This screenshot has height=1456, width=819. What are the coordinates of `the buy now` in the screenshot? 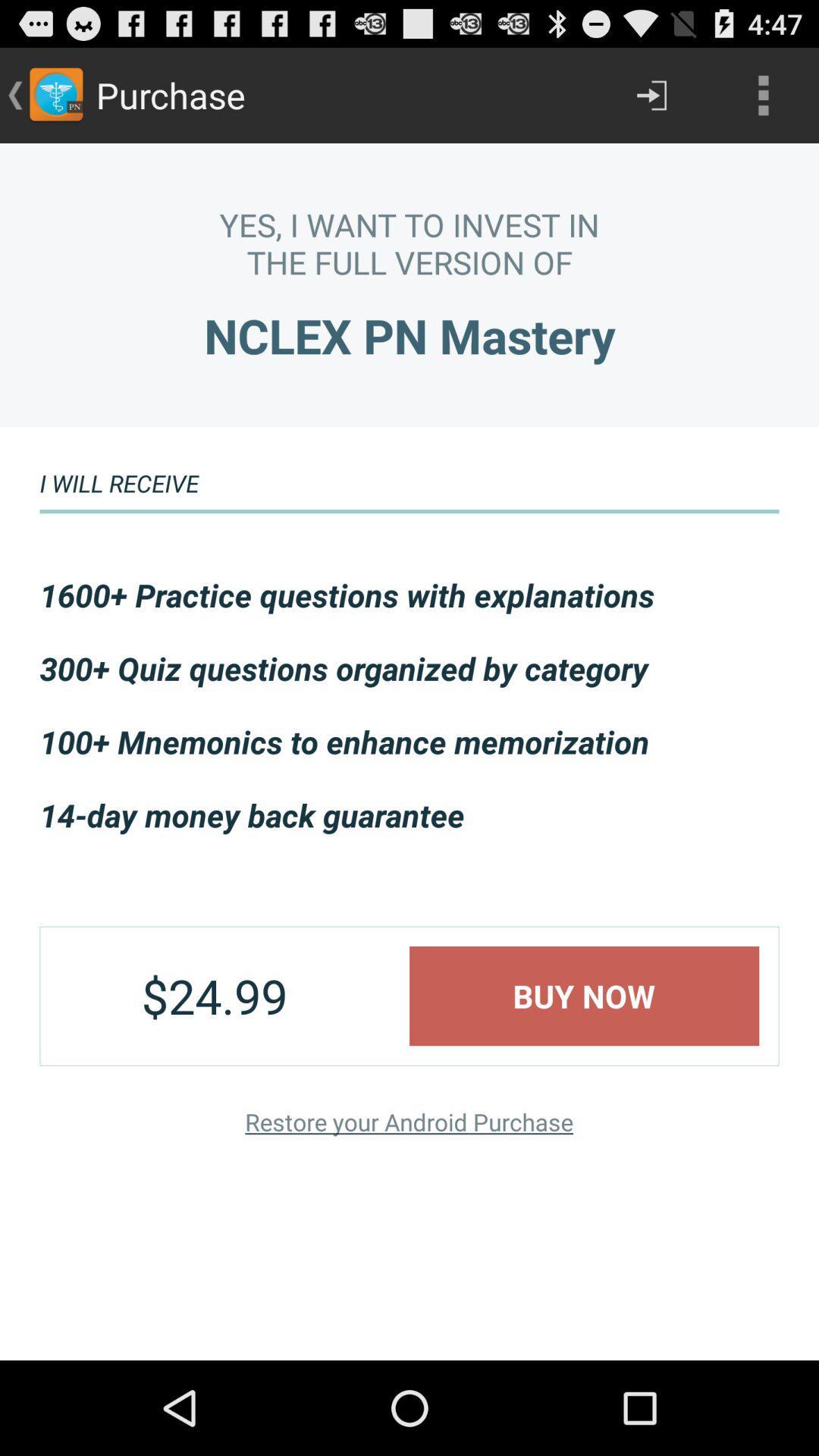 It's located at (583, 996).